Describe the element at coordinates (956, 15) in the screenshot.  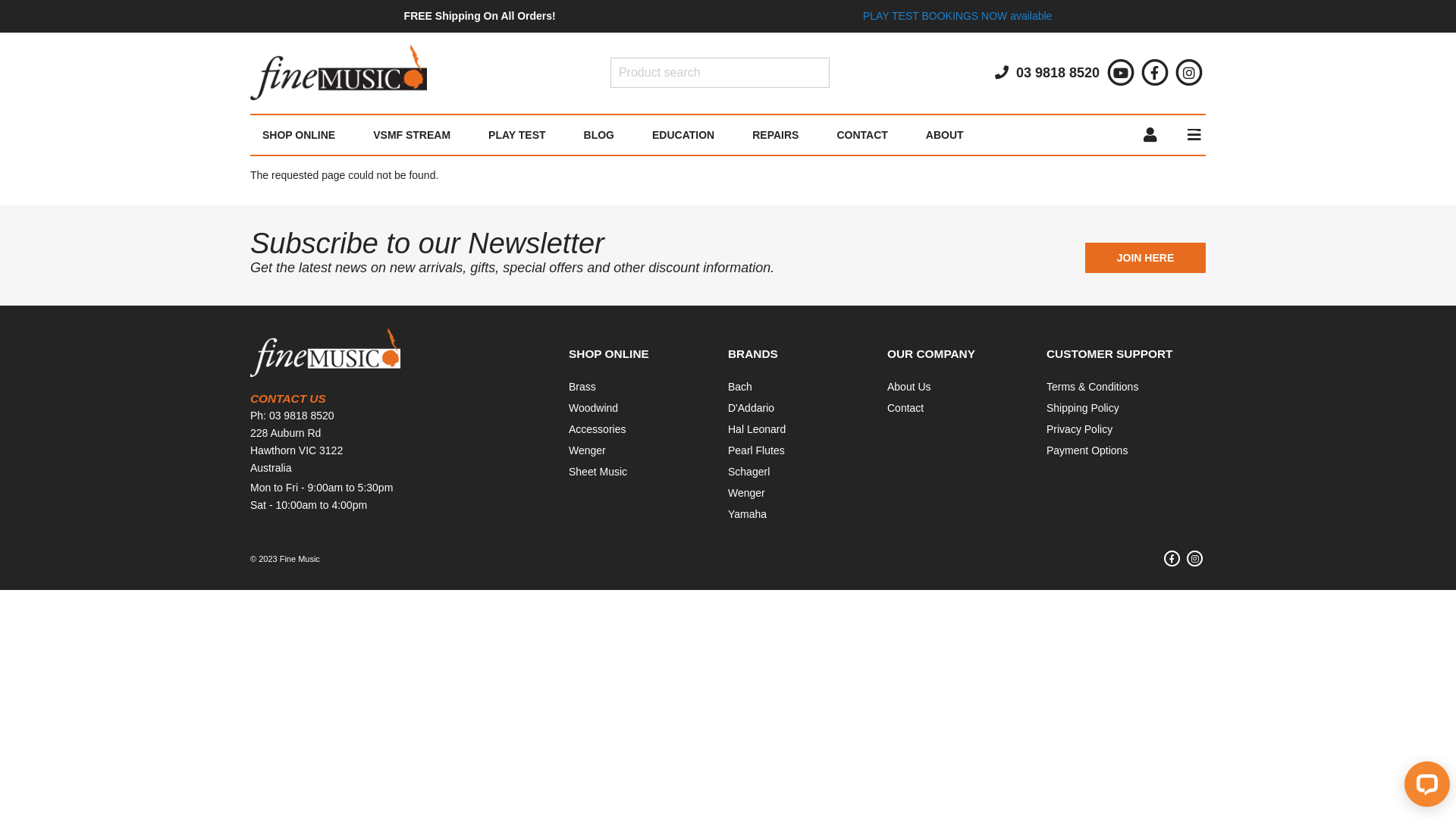
I see `'PLAY TEST BOOKINGS NOW available'` at that location.